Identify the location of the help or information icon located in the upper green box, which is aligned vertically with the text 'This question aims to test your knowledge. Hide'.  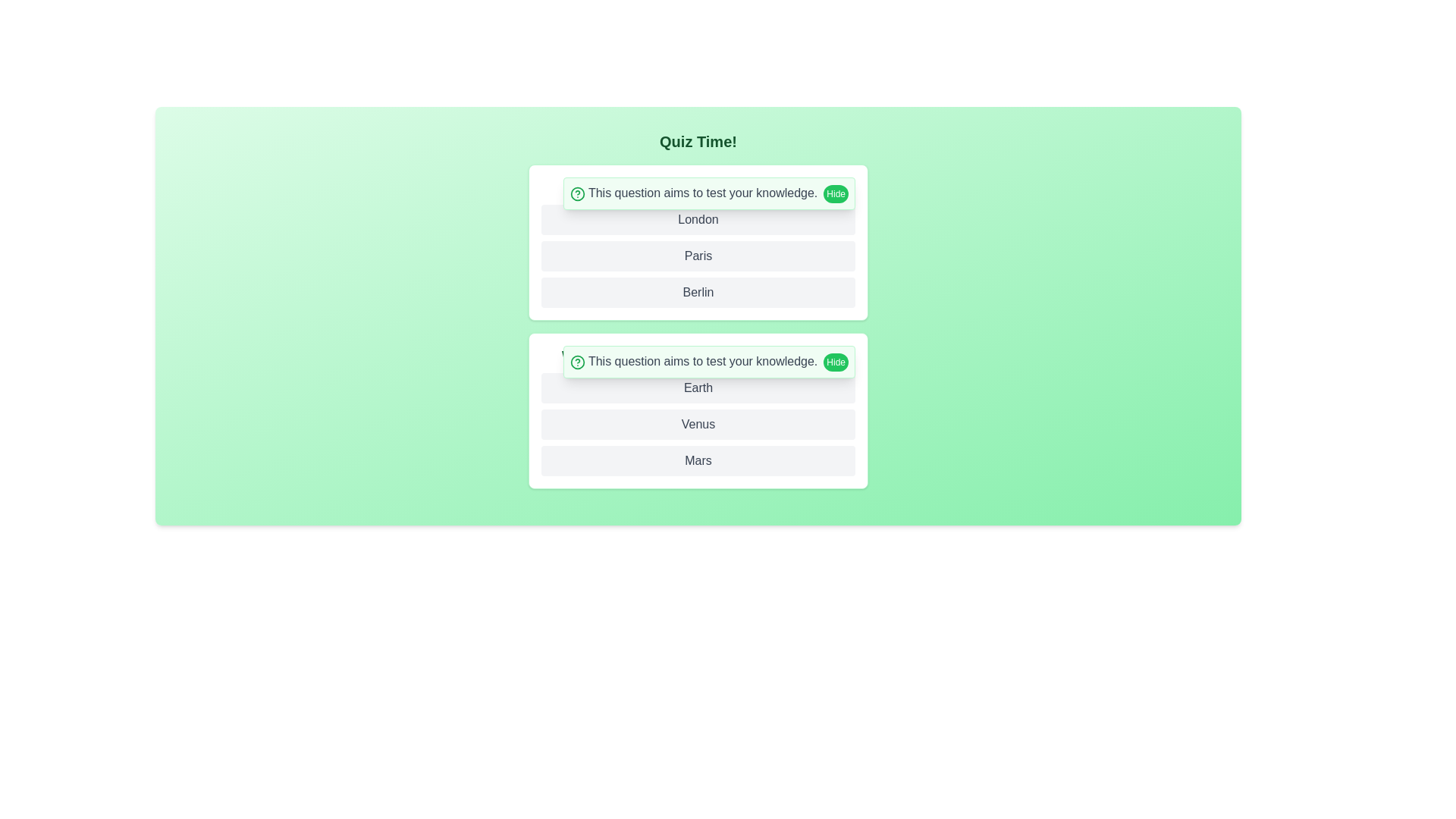
(576, 193).